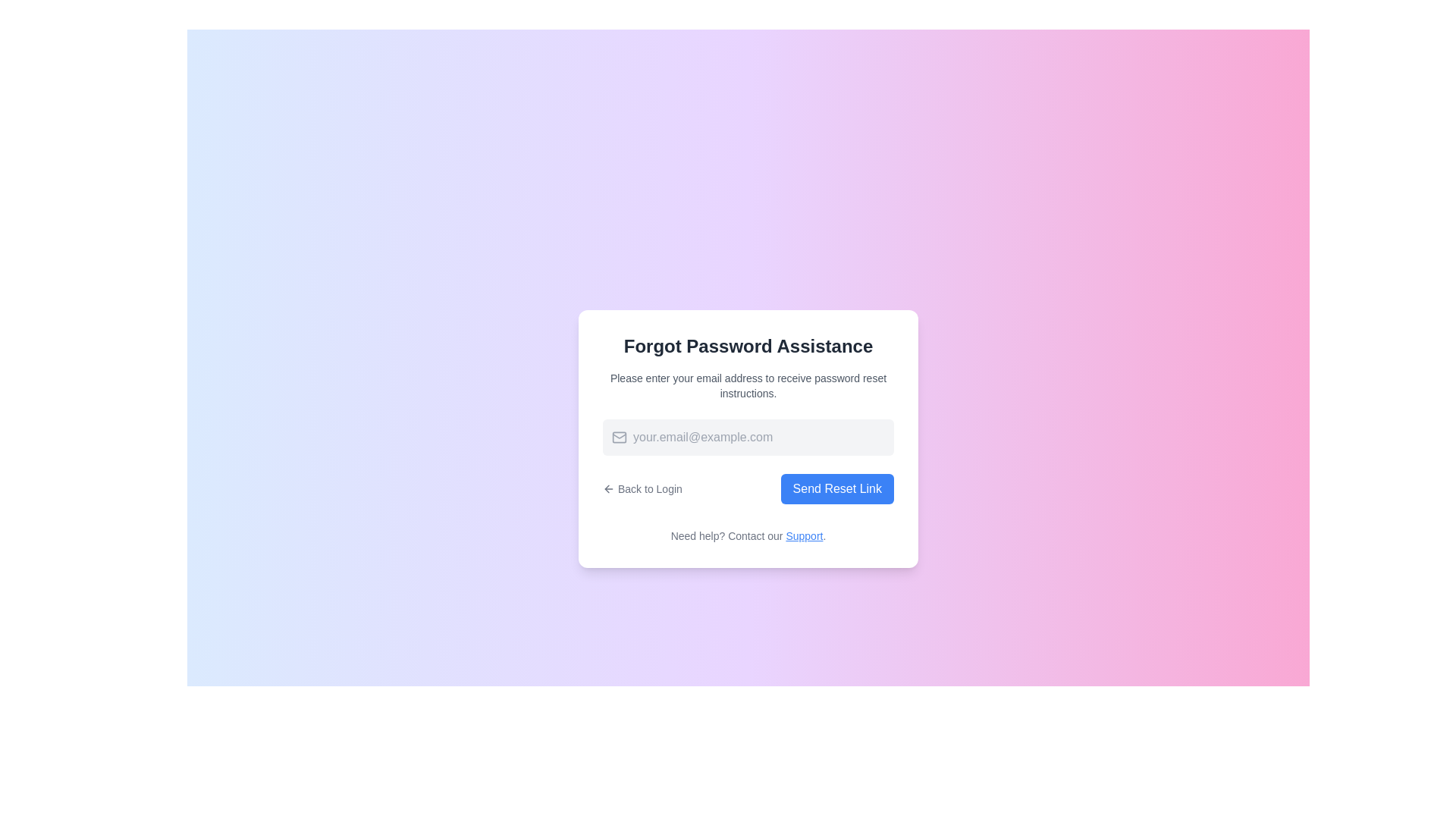  What do you see at coordinates (748, 535) in the screenshot?
I see `the hyperlink text located at the bottom of the 'Forgot Password Assistance' card` at bounding box center [748, 535].